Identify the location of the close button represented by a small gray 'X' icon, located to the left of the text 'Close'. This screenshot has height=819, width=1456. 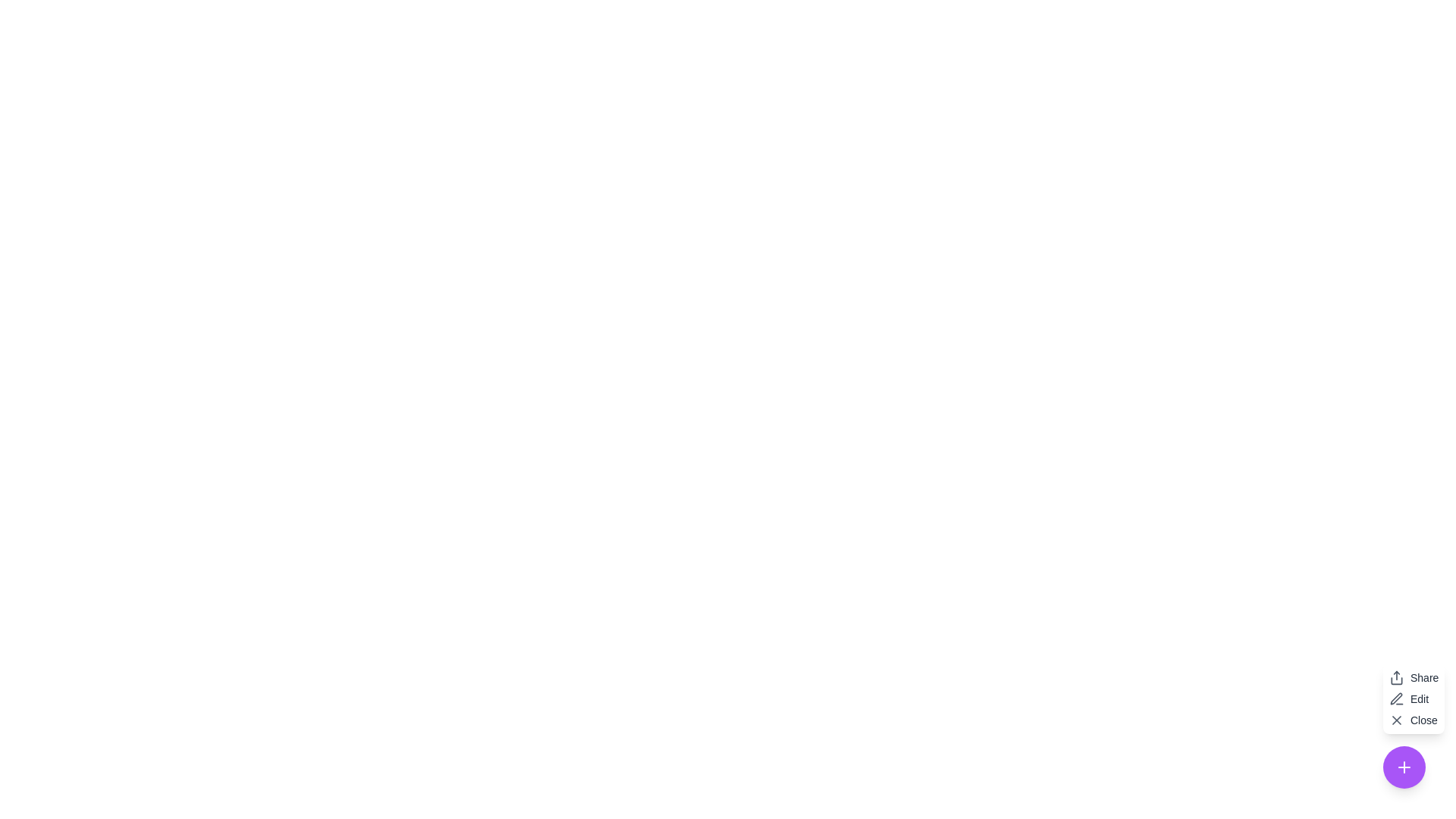
(1396, 719).